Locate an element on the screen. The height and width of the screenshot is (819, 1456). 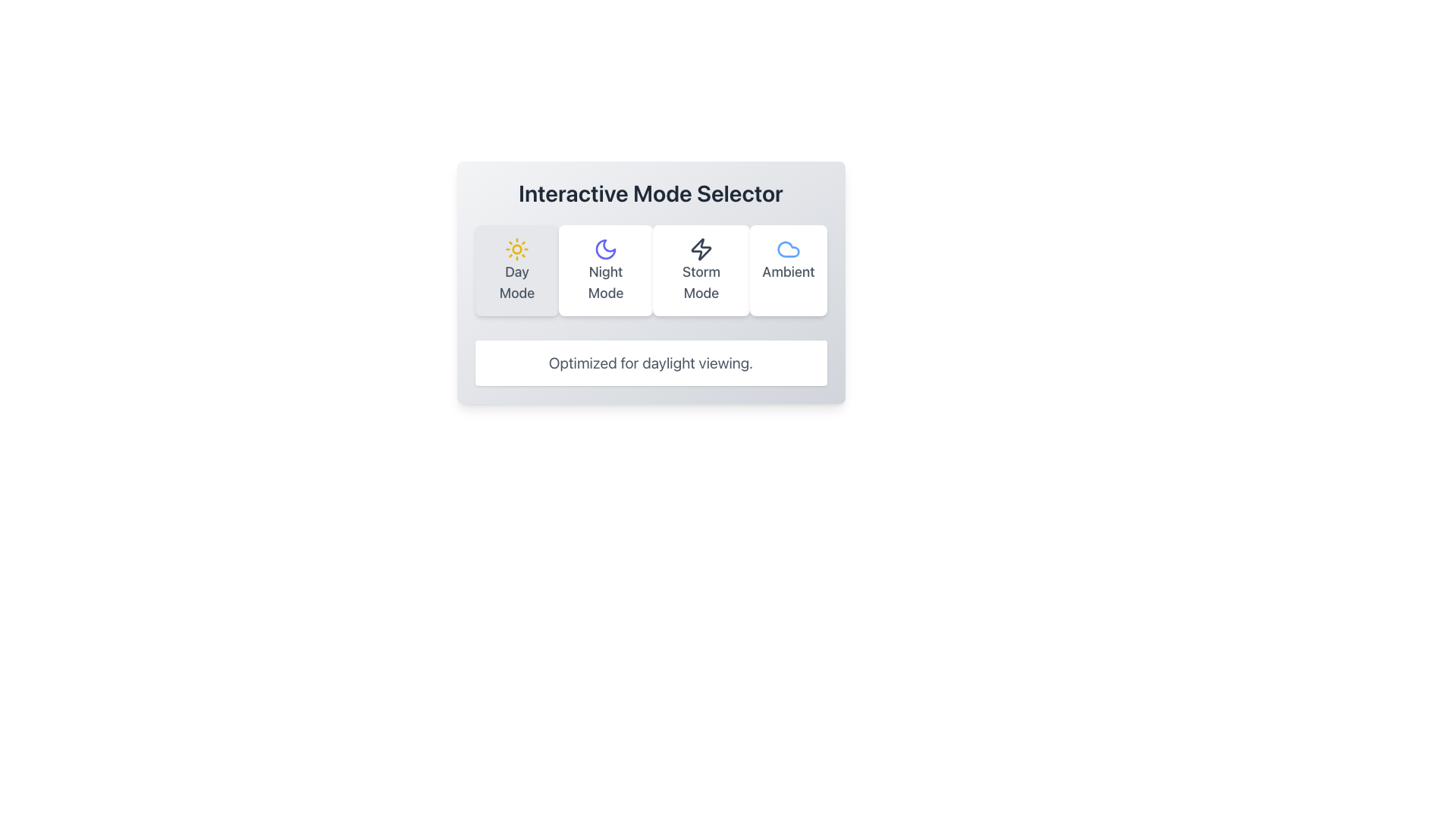
the crescent moon icon in vivid indigo color, located under the 'Night Mode' label is located at coordinates (605, 248).